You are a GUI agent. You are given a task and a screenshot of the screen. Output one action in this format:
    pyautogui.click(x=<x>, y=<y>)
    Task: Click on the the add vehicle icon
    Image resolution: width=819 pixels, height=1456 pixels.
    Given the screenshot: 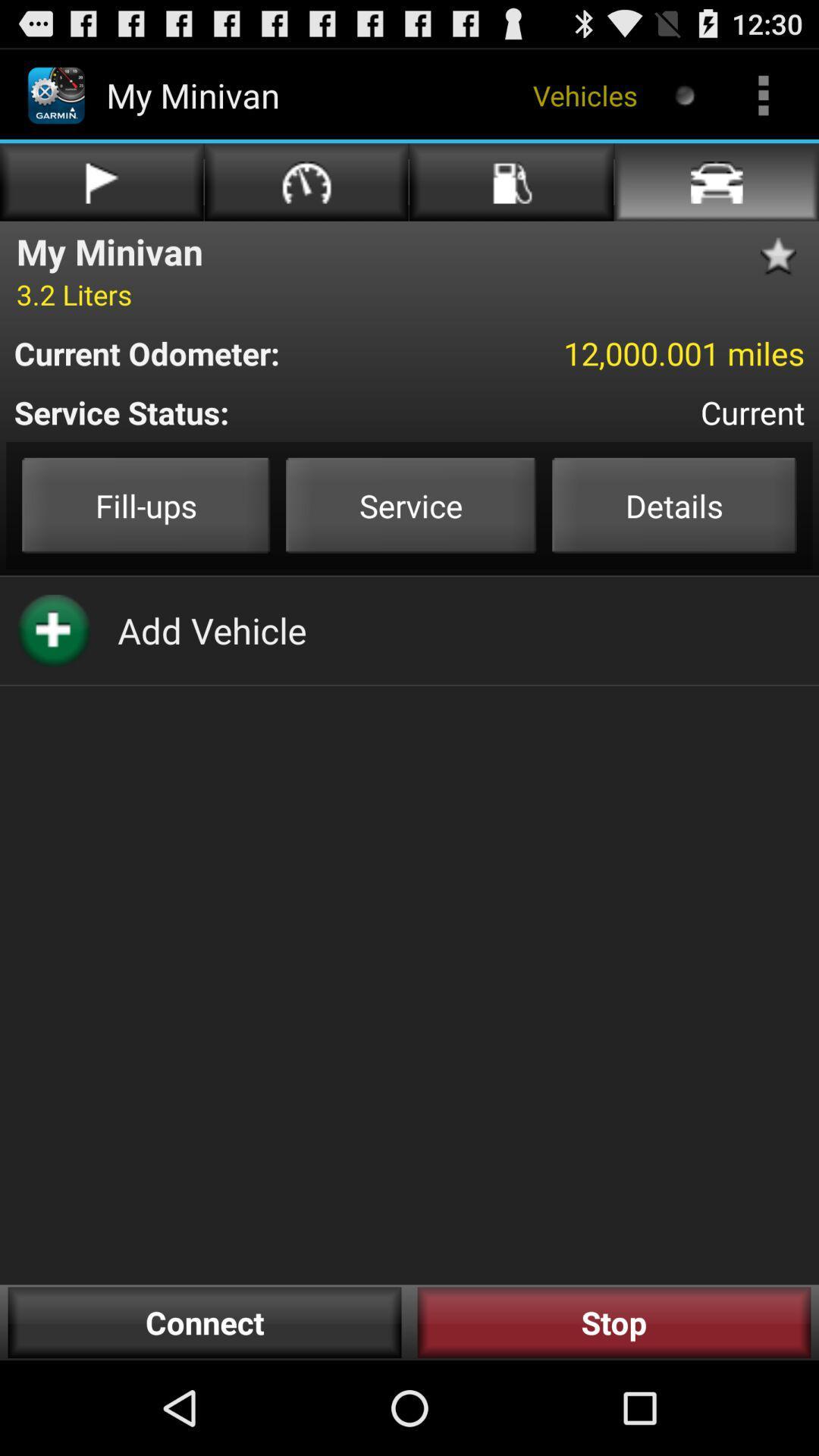 What is the action you would take?
    pyautogui.click(x=212, y=630)
    